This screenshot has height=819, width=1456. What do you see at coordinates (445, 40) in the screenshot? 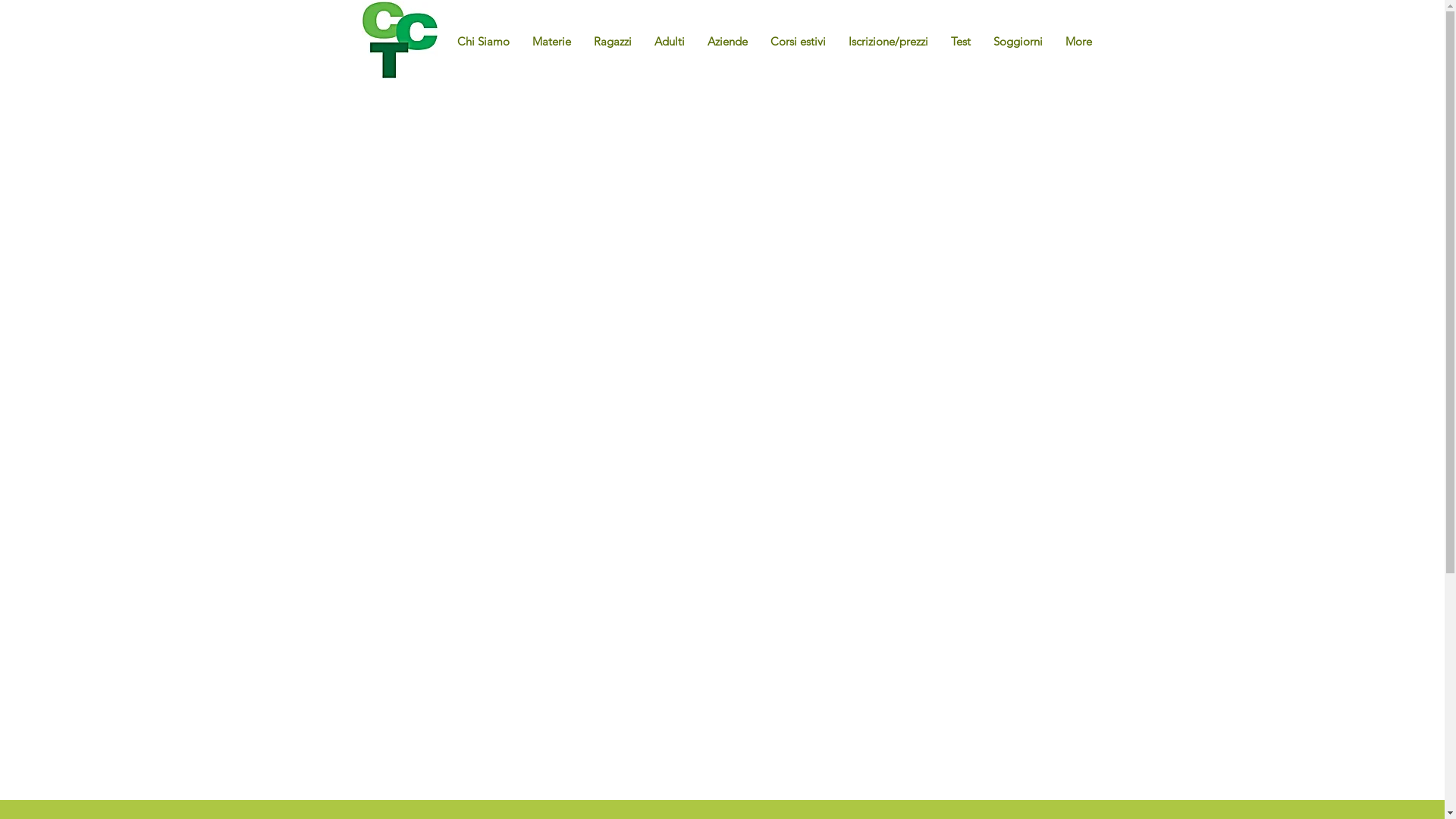
I see `'Chi Siamo'` at bounding box center [445, 40].